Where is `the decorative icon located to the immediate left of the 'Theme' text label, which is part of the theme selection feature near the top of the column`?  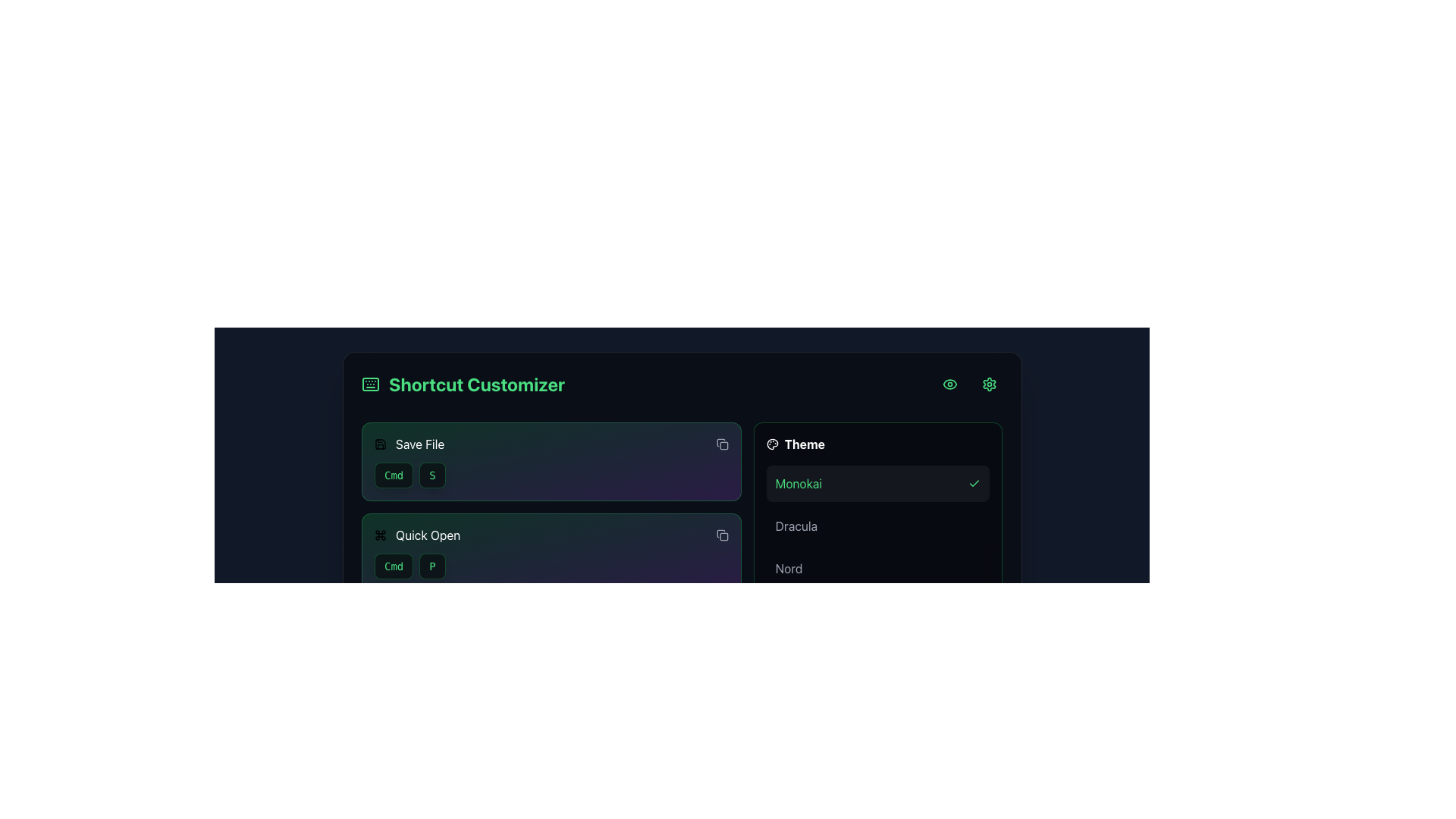 the decorative icon located to the immediate left of the 'Theme' text label, which is part of the theme selection feature near the top of the column is located at coordinates (772, 444).